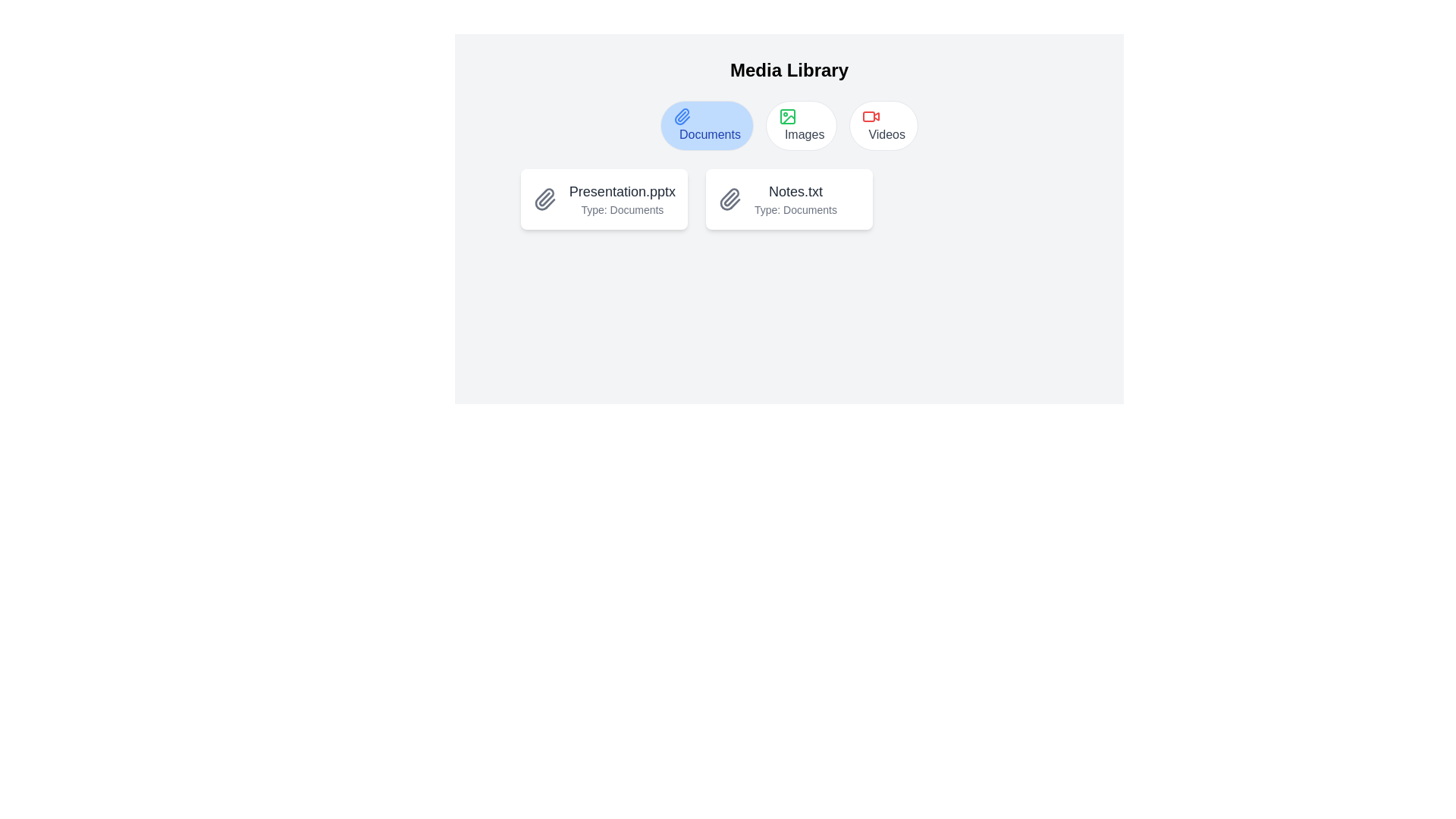 The height and width of the screenshot is (819, 1456). What do you see at coordinates (869, 116) in the screenshot?
I see `the 'Videos' button in the Media Library interface, which is represented by a rounded rectangle graphical UI component located on the rightmost side of the button group` at bounding box center [869, 116].